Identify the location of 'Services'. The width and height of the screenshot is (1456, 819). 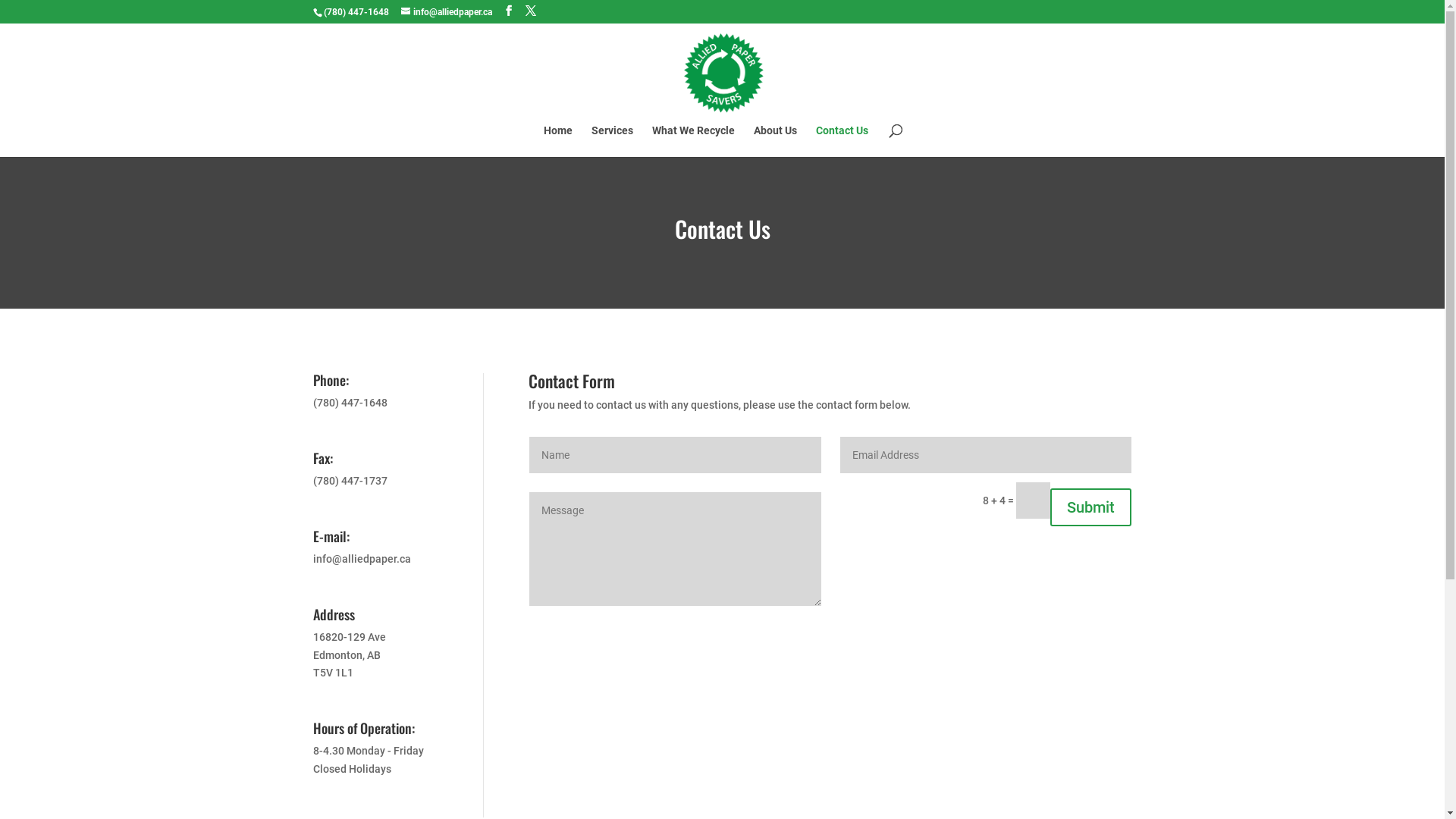
(612, 140).